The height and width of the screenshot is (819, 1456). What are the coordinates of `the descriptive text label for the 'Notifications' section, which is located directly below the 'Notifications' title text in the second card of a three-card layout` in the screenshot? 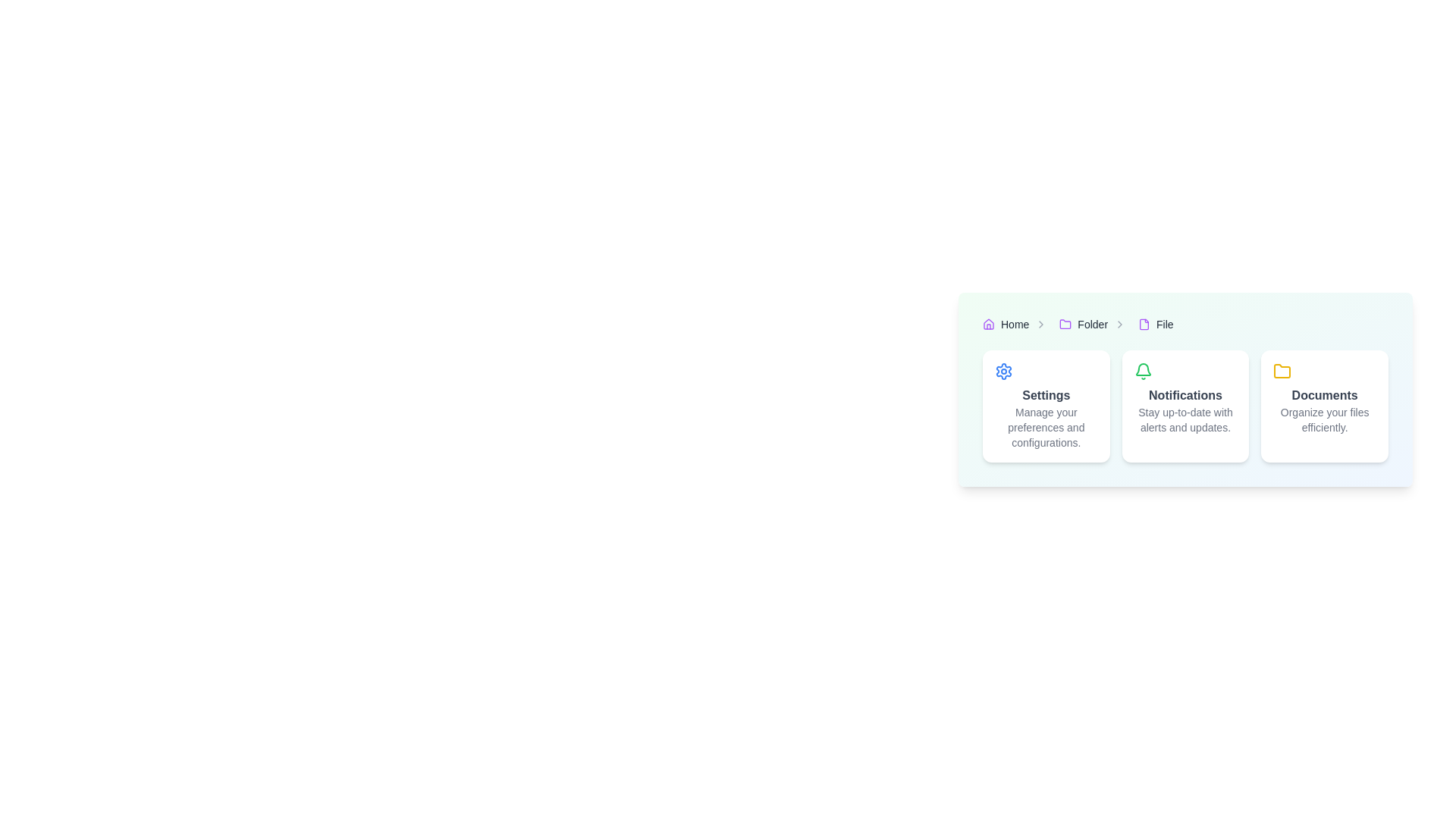 It's located at (1185, 420).